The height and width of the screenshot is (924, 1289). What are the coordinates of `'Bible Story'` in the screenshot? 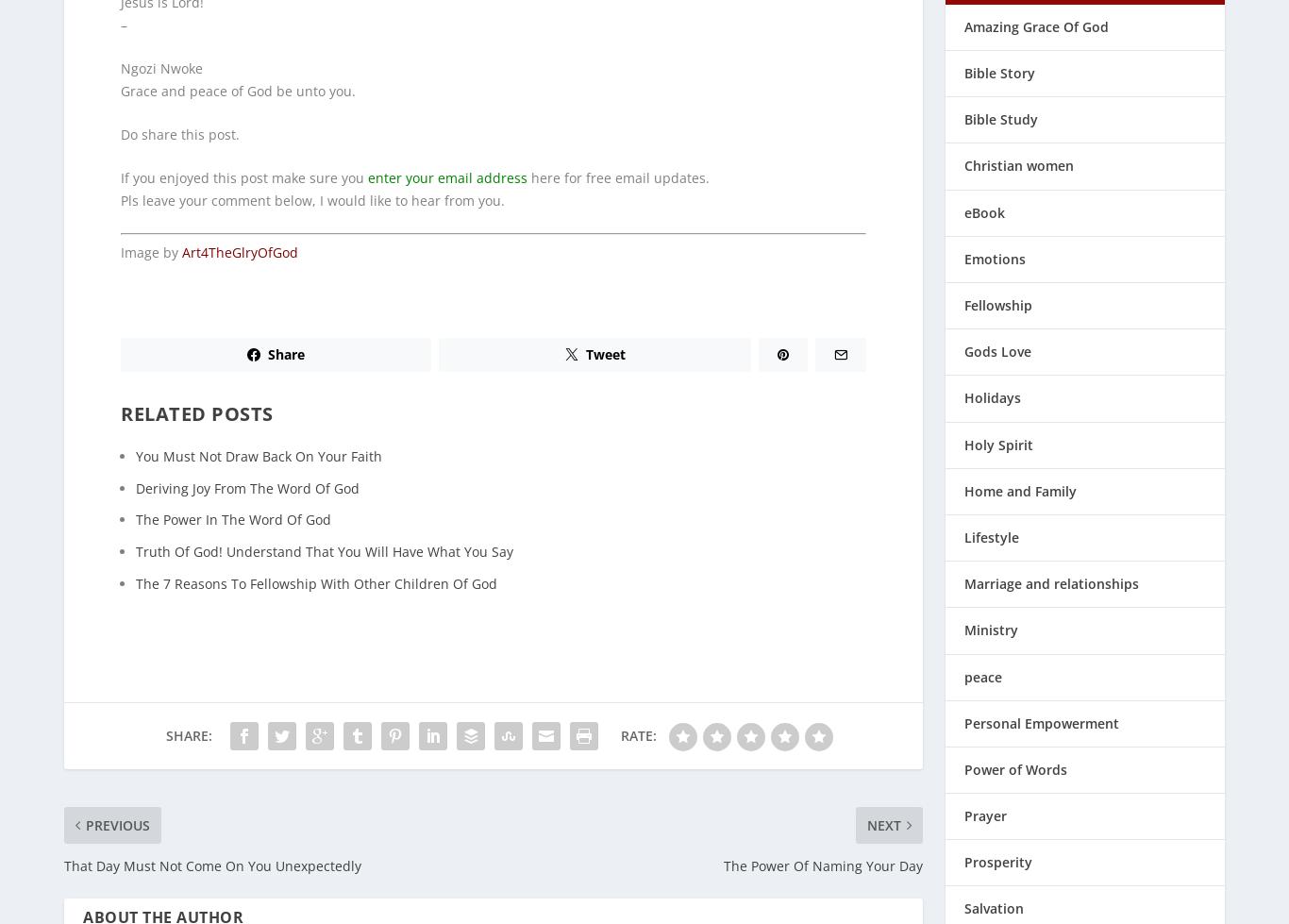 It's located at (998, 60).